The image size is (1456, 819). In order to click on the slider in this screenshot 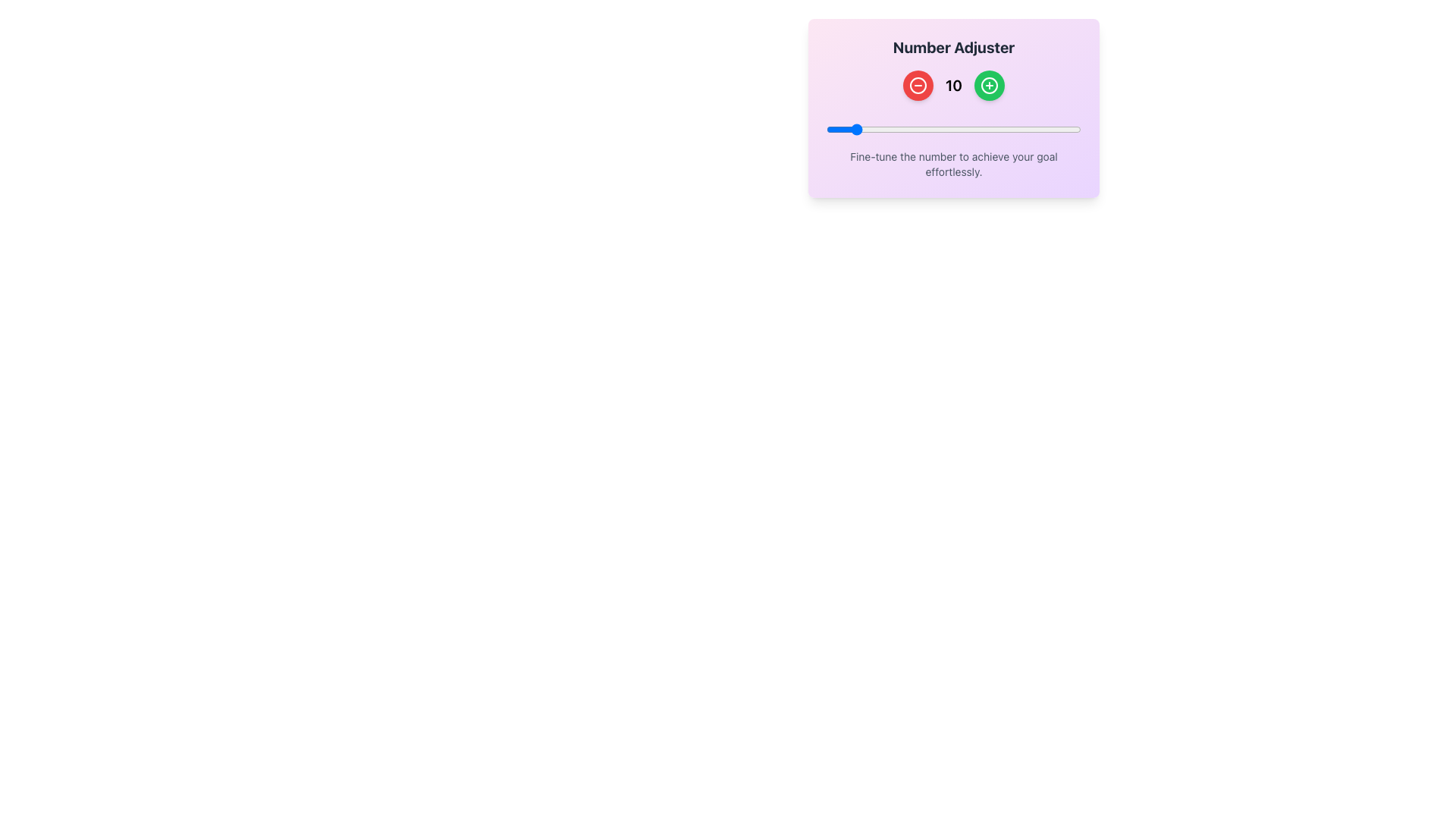, I will do `click(830, 128)`.